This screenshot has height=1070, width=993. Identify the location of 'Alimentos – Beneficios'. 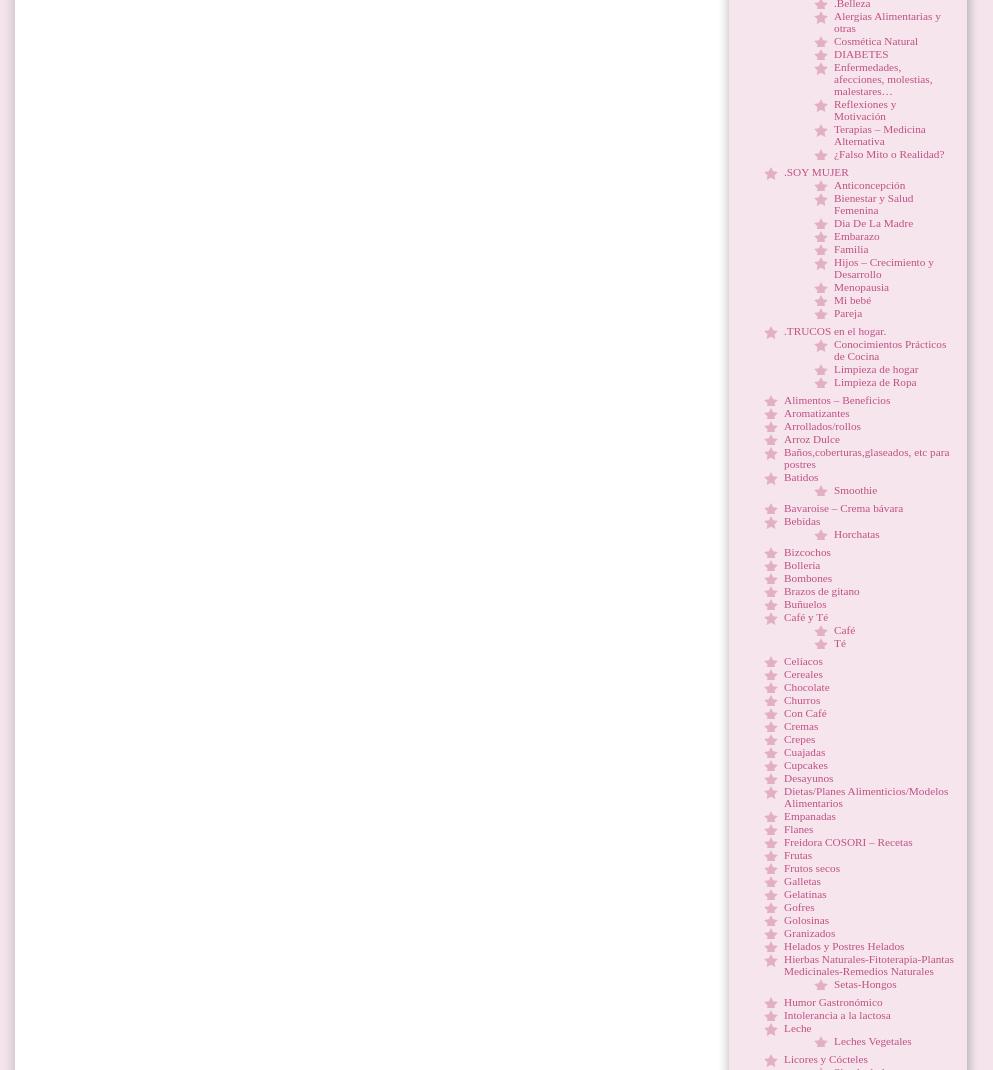
(836, 398).